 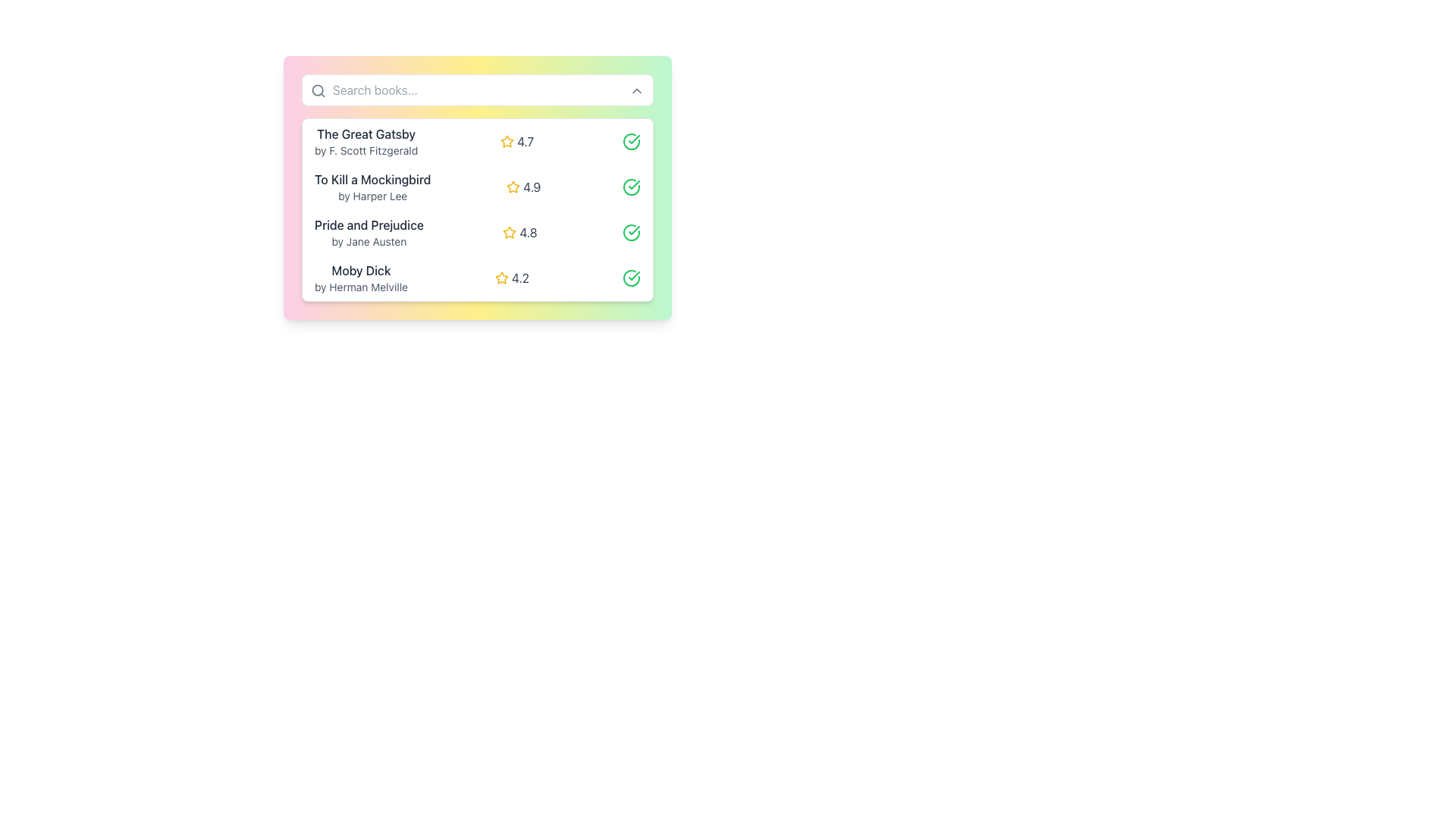 I want to click on the star-shaped icon with a golden yellow outline that represents a rating or favorite indicator, located next to the rating text value '4.8' in the third row of the list interface, so click(x=510, y=233).